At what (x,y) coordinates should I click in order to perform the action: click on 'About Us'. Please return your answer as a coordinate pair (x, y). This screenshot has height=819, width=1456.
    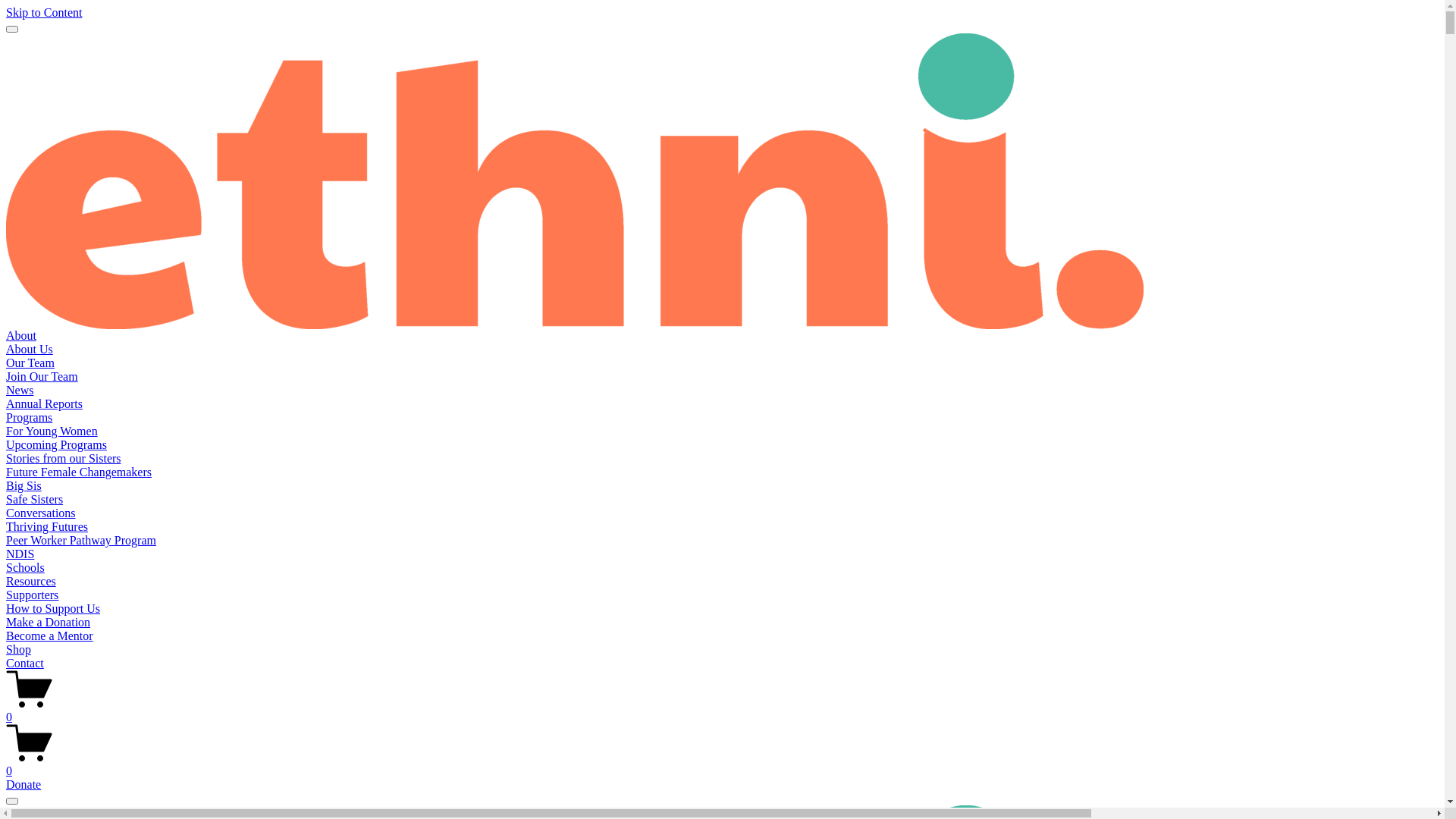
    Looking at the image, I should click on (6, 349).